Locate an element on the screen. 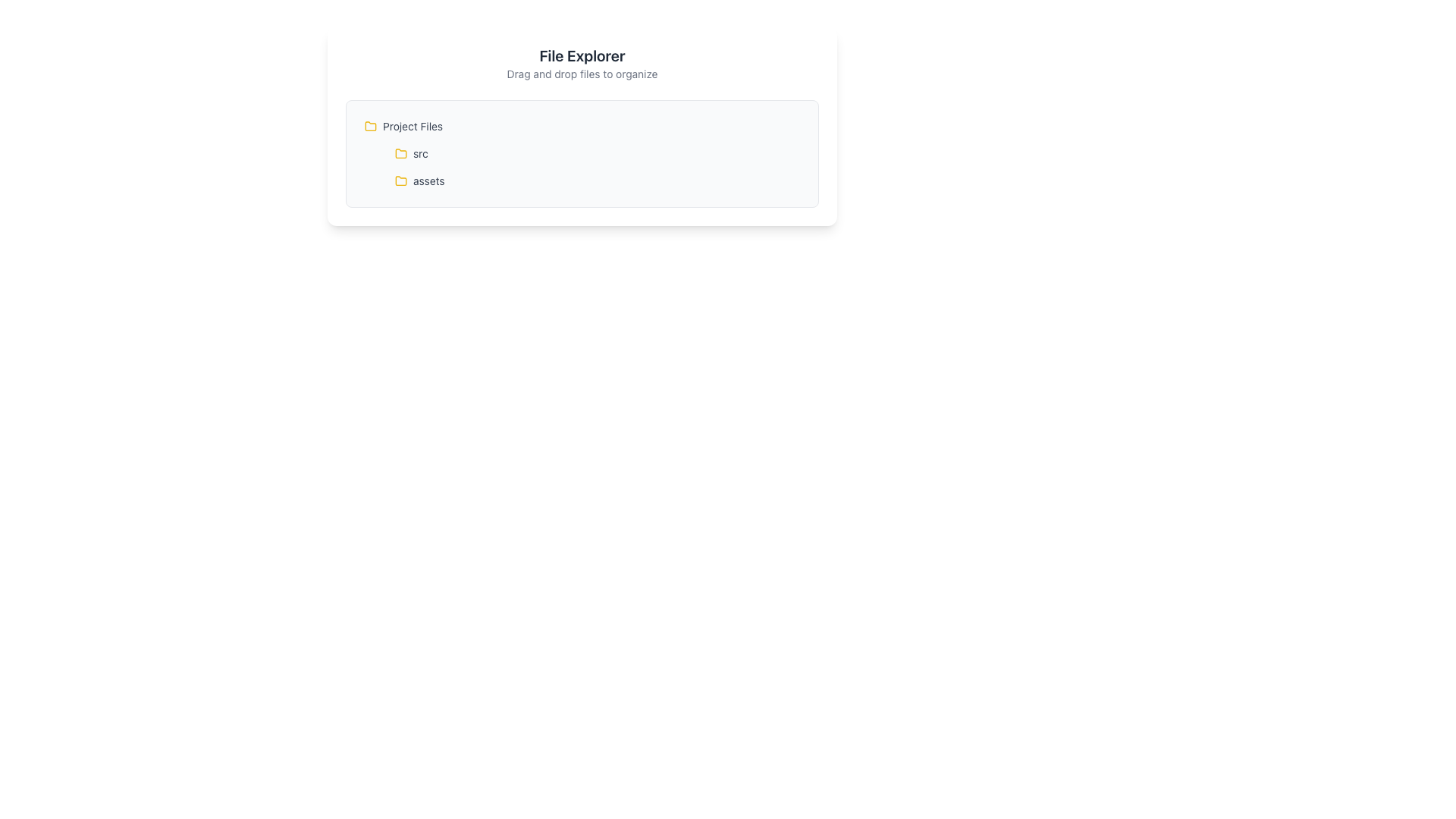 The image size is (1456, 819). the folder icon representing 'Project Files', which is the first element in the group positioned to the left of the 'Project Files' text label is located at coordinates (371, 125).